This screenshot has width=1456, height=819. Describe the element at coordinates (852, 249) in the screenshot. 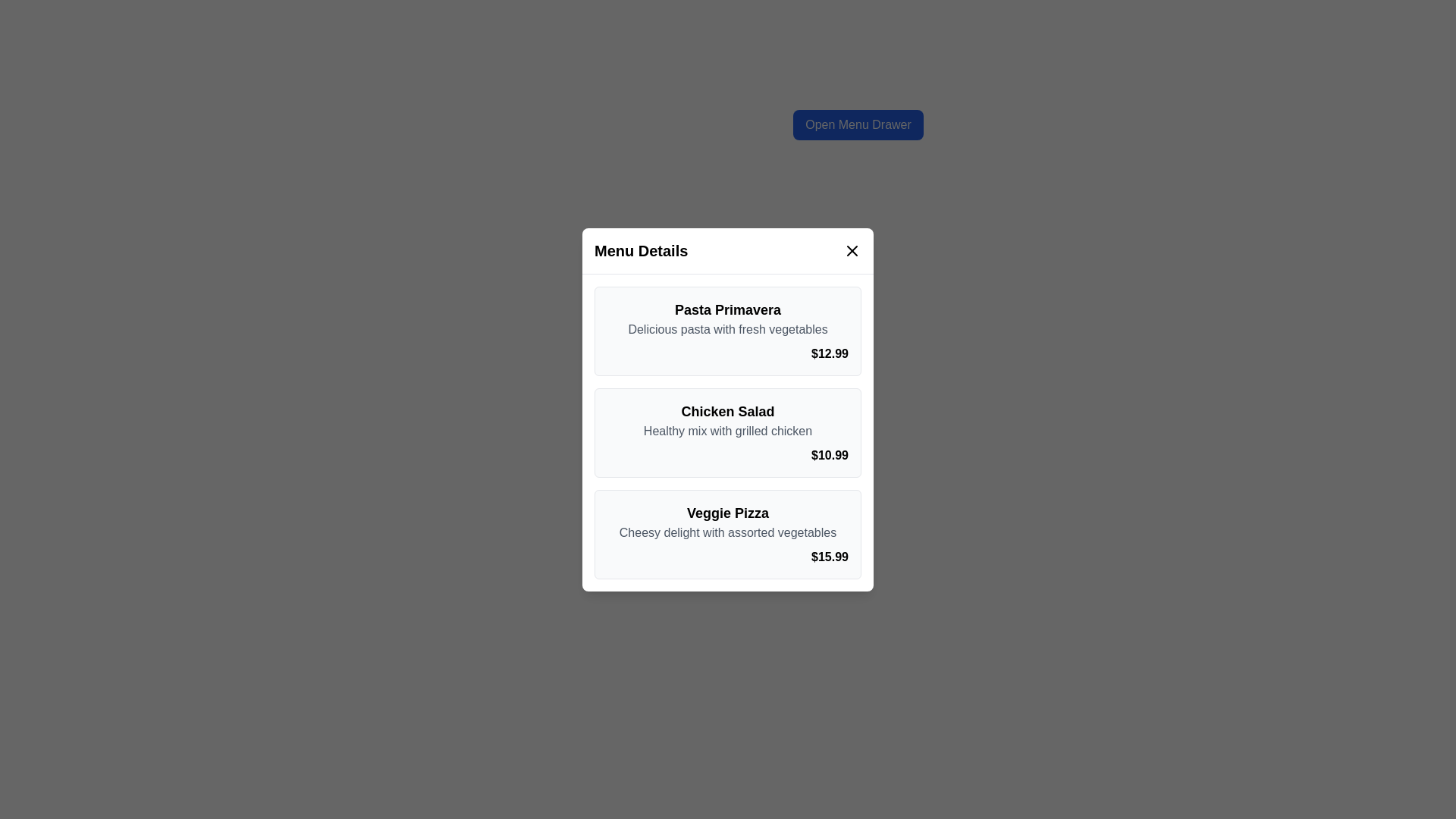

I see `the Close Button located at the top-right corner of the 'Menu Details' overlay panel` at that location.